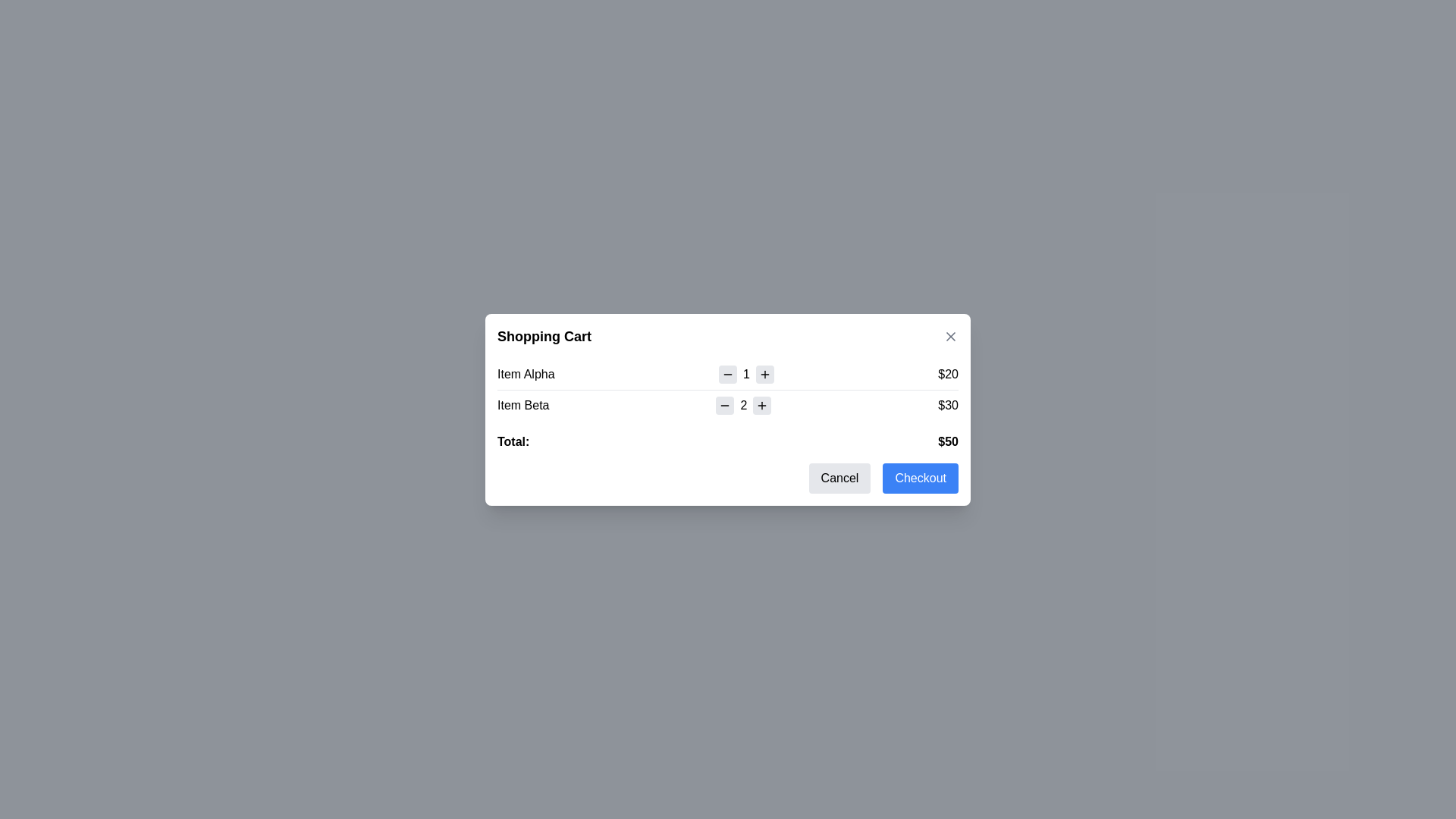  I want to click on the quantity adjustment buttons (decrement and increment) of the shopping cart item labeled 'Item Beta', so click(728, 403).